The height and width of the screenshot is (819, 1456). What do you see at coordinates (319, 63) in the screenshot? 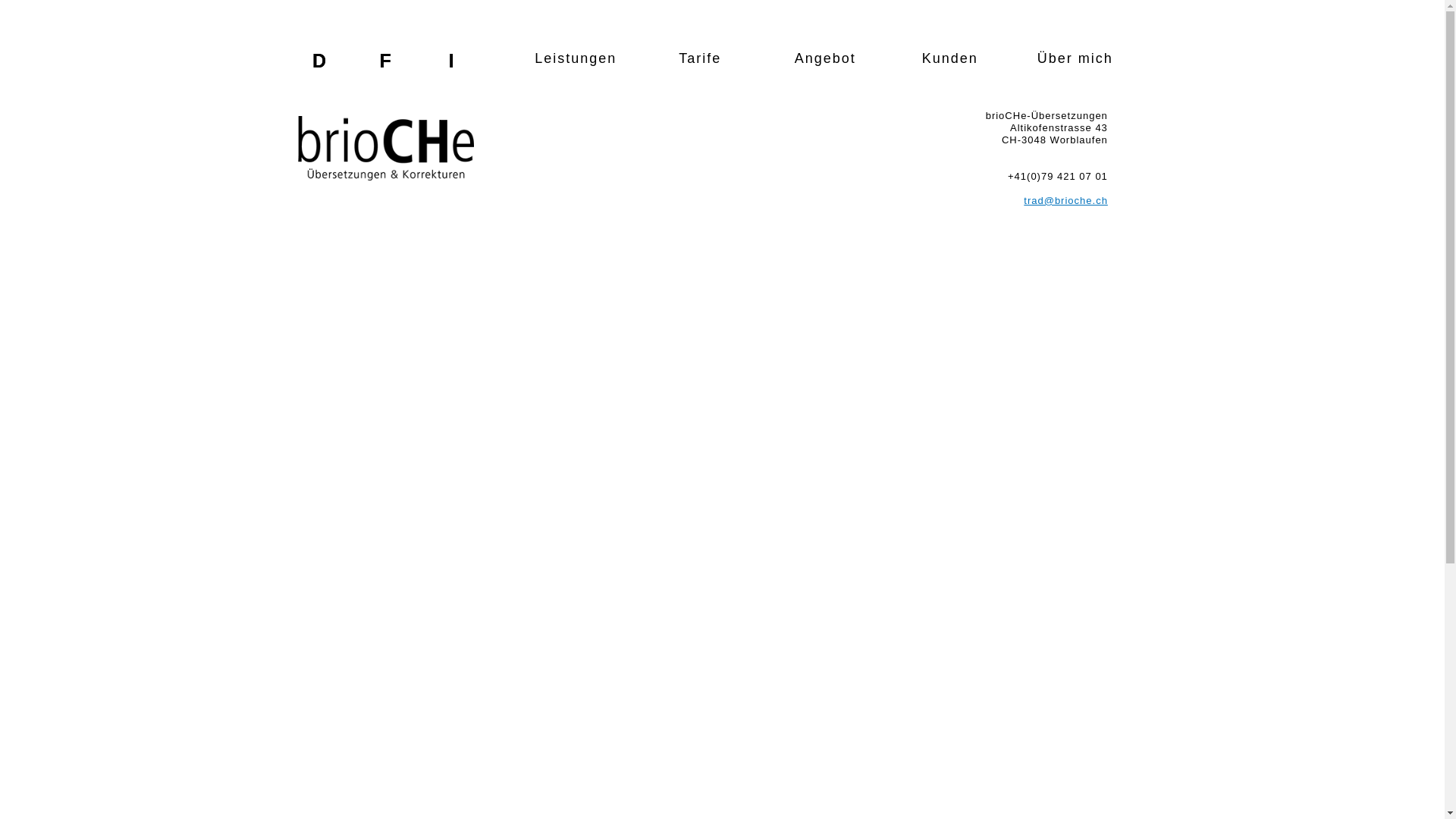
I see `'D'` at bounding box center [319, 63].